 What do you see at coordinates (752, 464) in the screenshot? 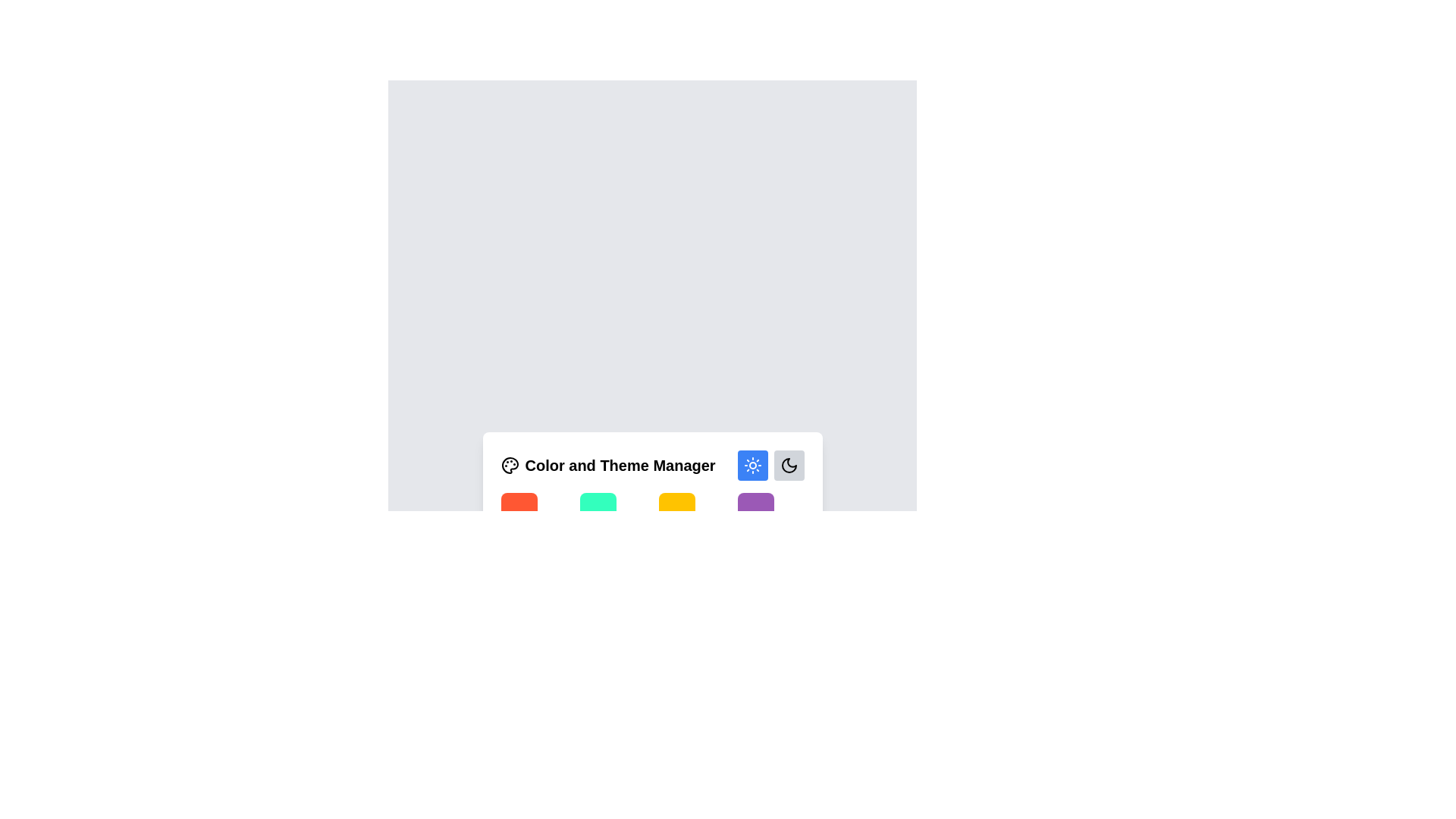
I see `the blue square button with a rounded border and a white sun icon` at bounding box center [752, 464].